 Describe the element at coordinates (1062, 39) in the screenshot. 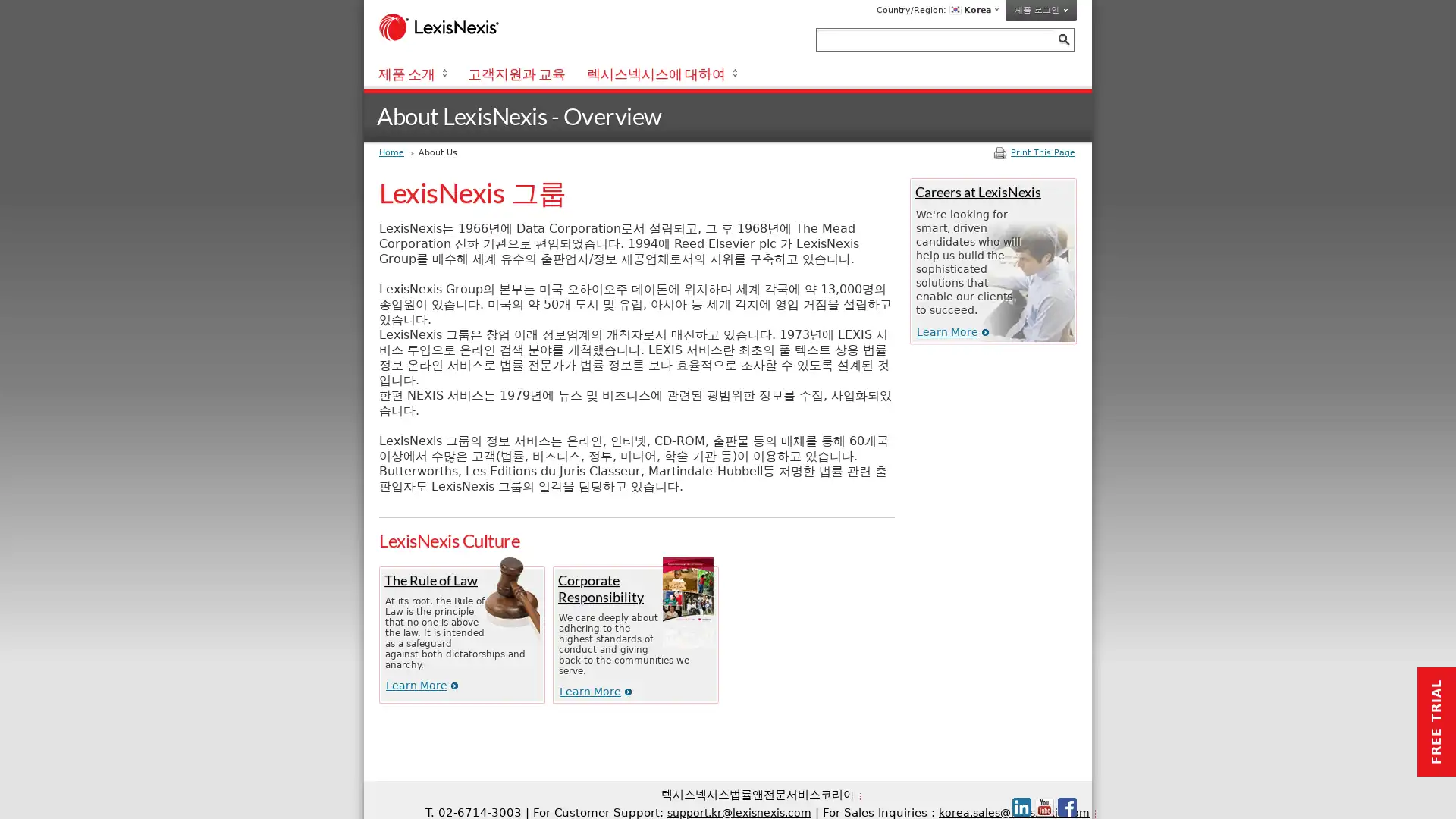

I see `Search` at that location.